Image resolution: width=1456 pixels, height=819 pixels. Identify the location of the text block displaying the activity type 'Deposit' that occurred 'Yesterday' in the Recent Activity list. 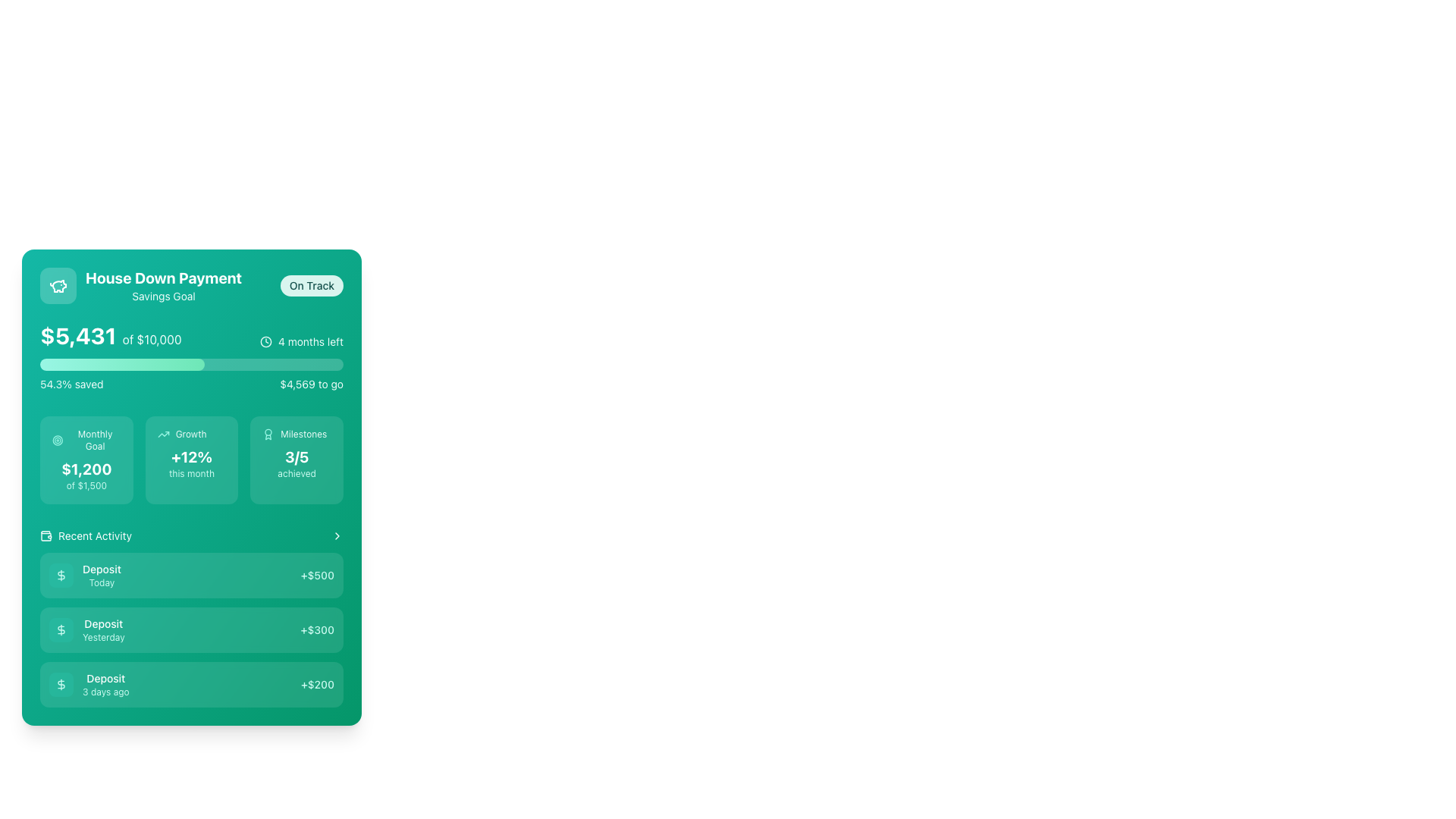
(102, 629).